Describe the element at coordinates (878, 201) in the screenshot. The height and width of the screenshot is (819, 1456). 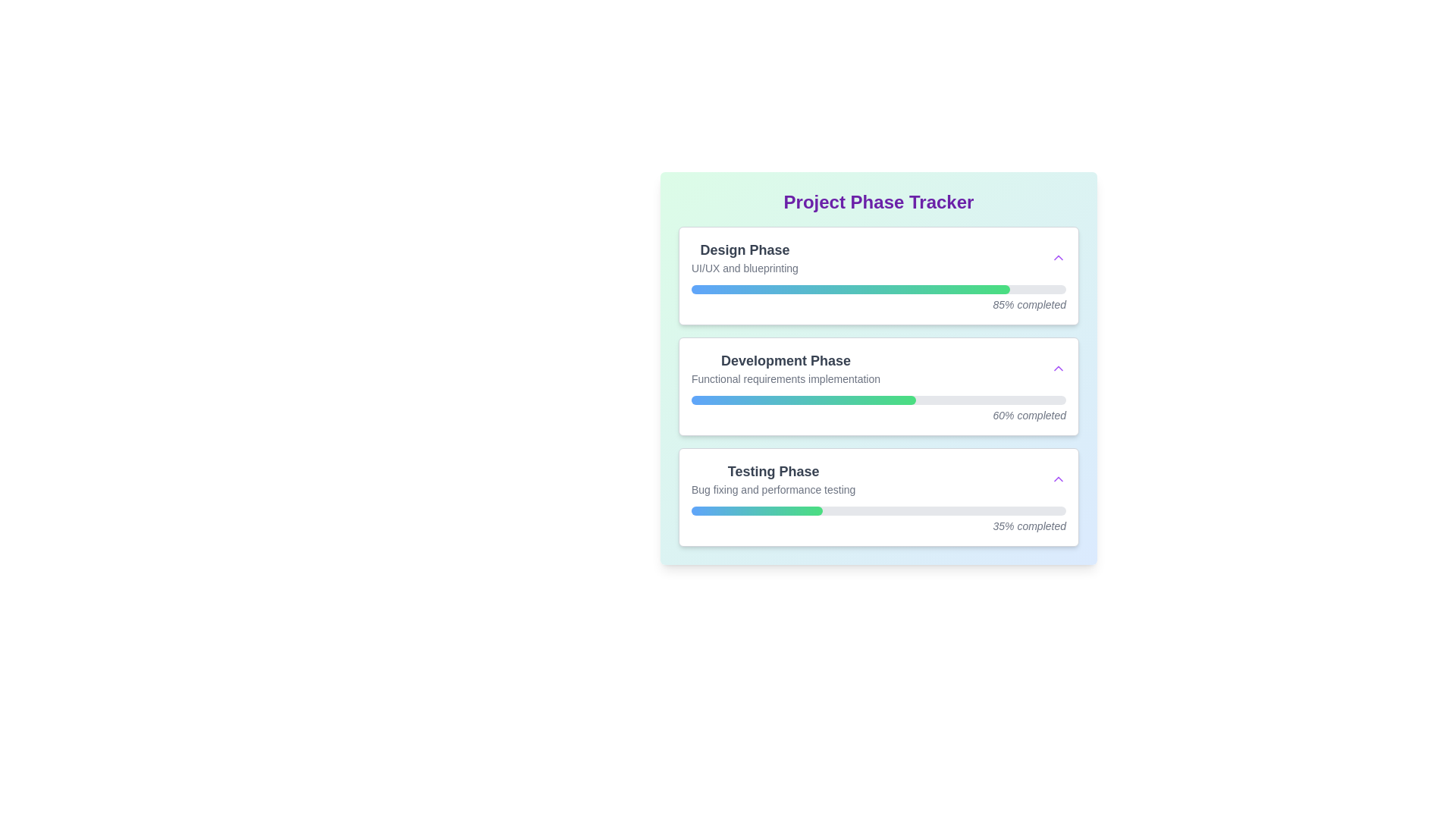
I see `the Static Text Header that reads 'Project Phase Tracker', which is a bold, centered headline in a large purple font located at the top of the section` at that location.